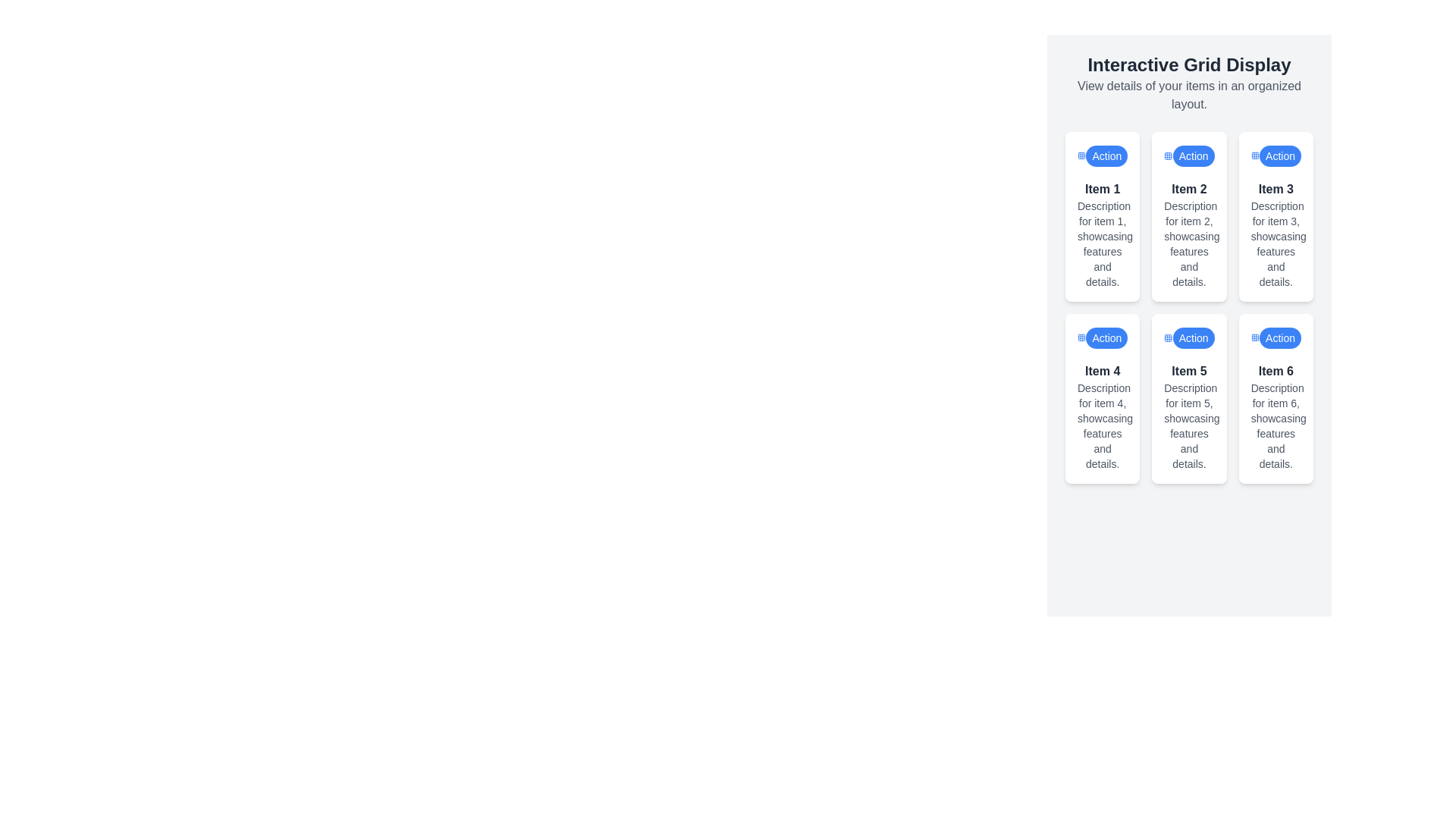  I want to click on the last 'Action' button in the grid layout associated with 'Item 6' to observe the hover effect, so click(1279, 337).